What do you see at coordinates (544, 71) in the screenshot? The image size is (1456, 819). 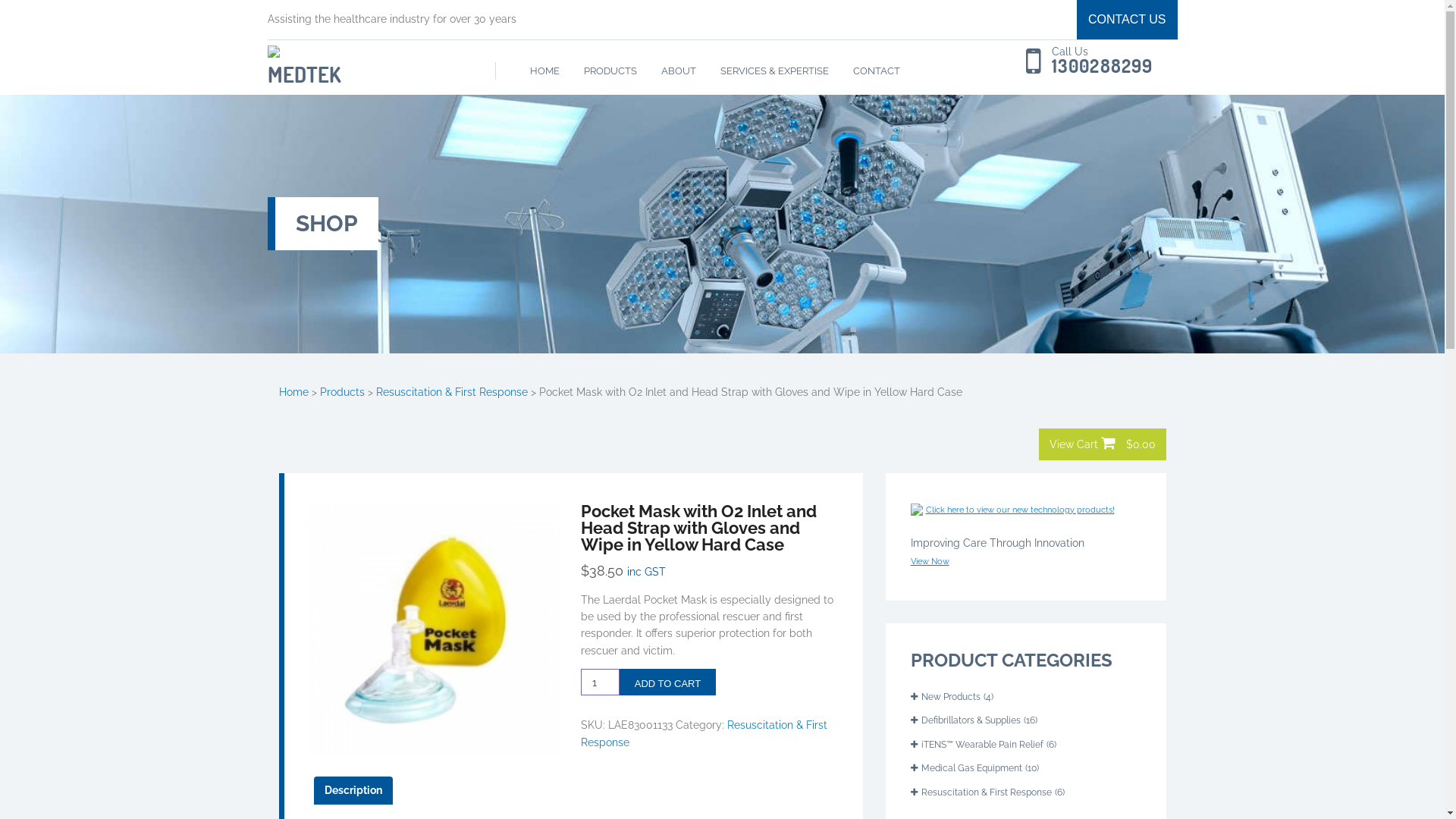 I see `'HOME'` at bounding box center [544, 71].